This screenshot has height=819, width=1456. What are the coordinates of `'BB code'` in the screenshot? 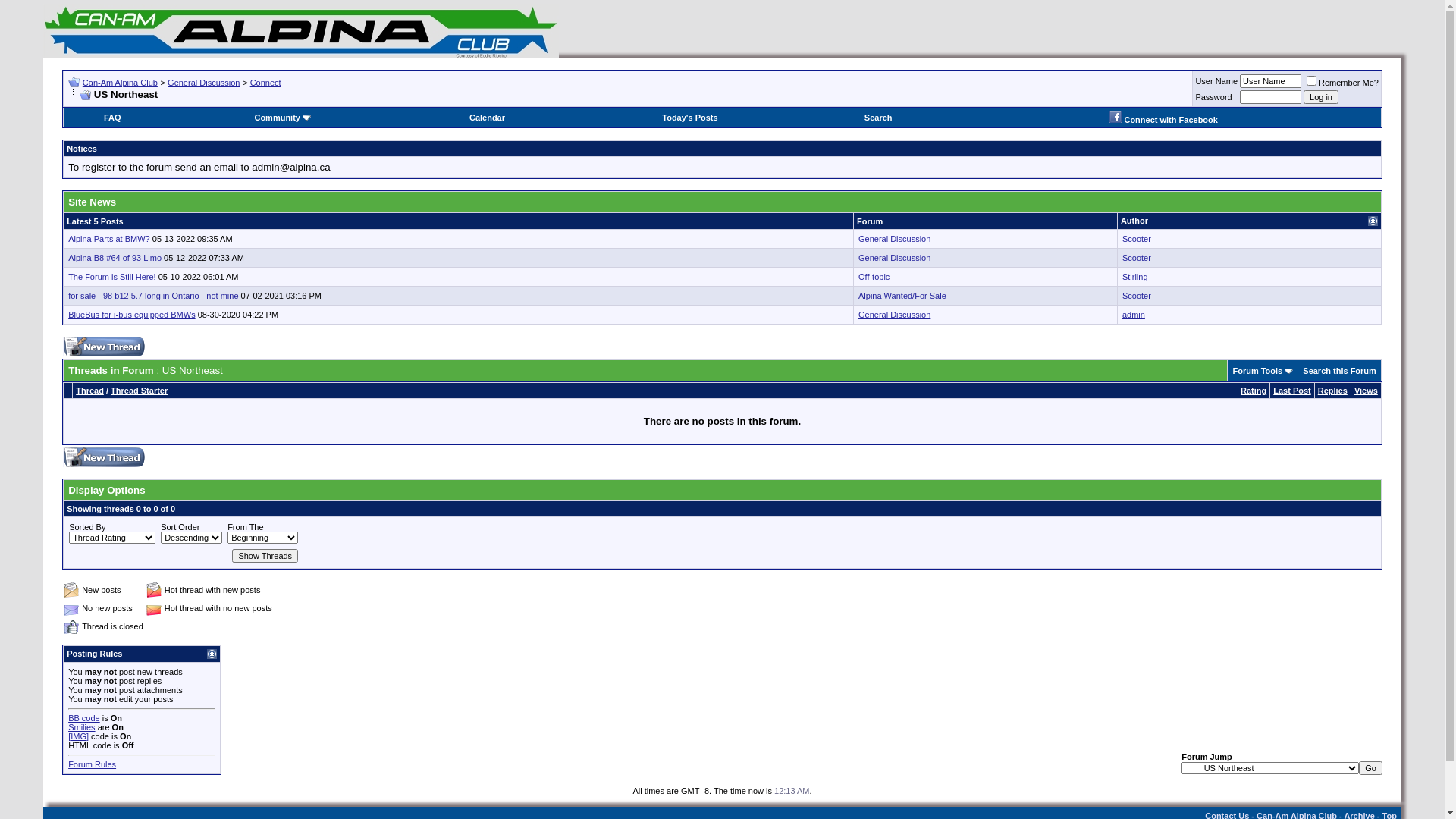 It's located at (83, 717).